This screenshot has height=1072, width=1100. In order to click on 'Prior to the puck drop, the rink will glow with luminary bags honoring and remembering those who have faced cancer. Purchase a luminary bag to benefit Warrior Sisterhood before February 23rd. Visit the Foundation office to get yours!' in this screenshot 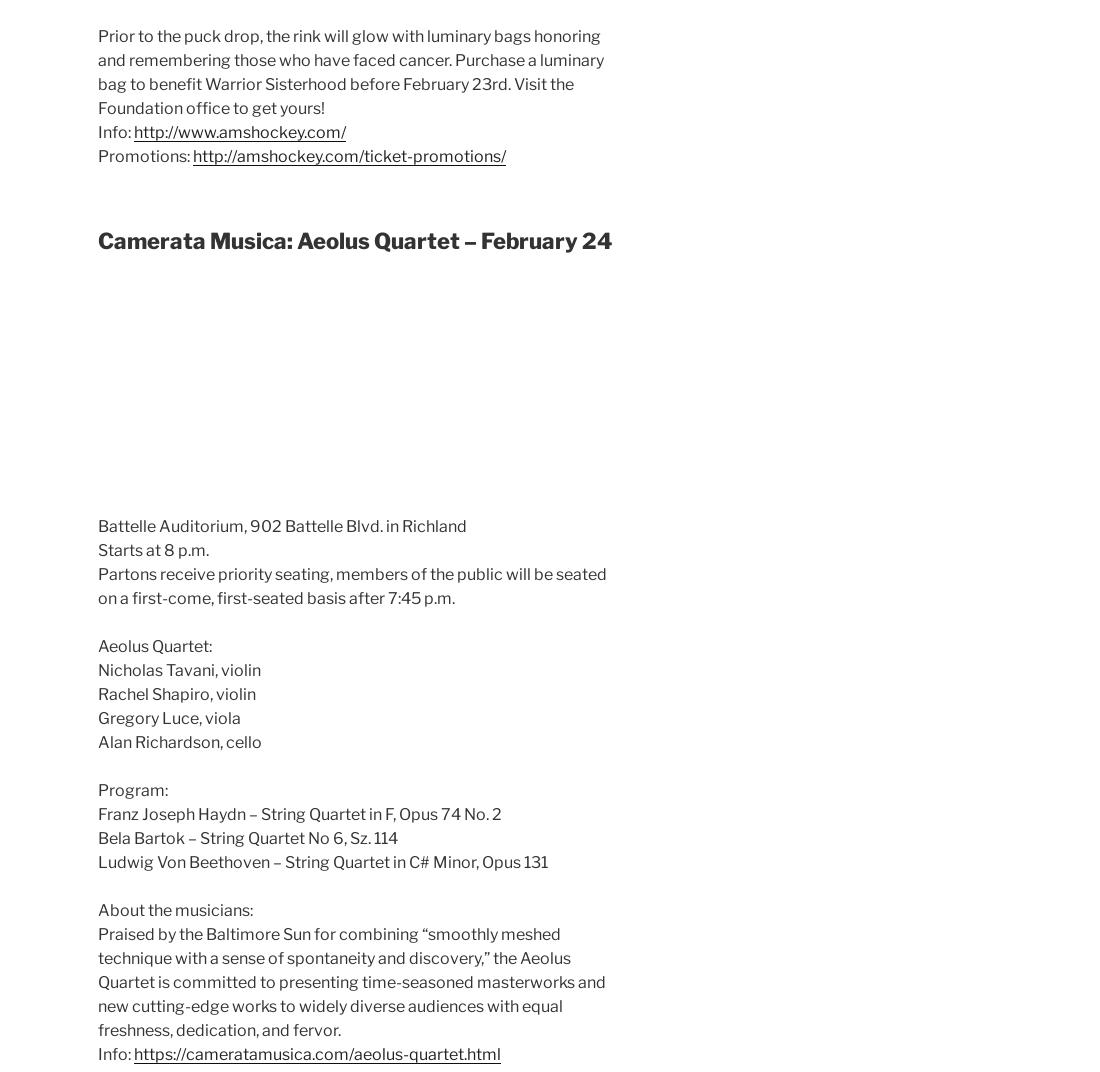, I will do `click(351, 71)`.